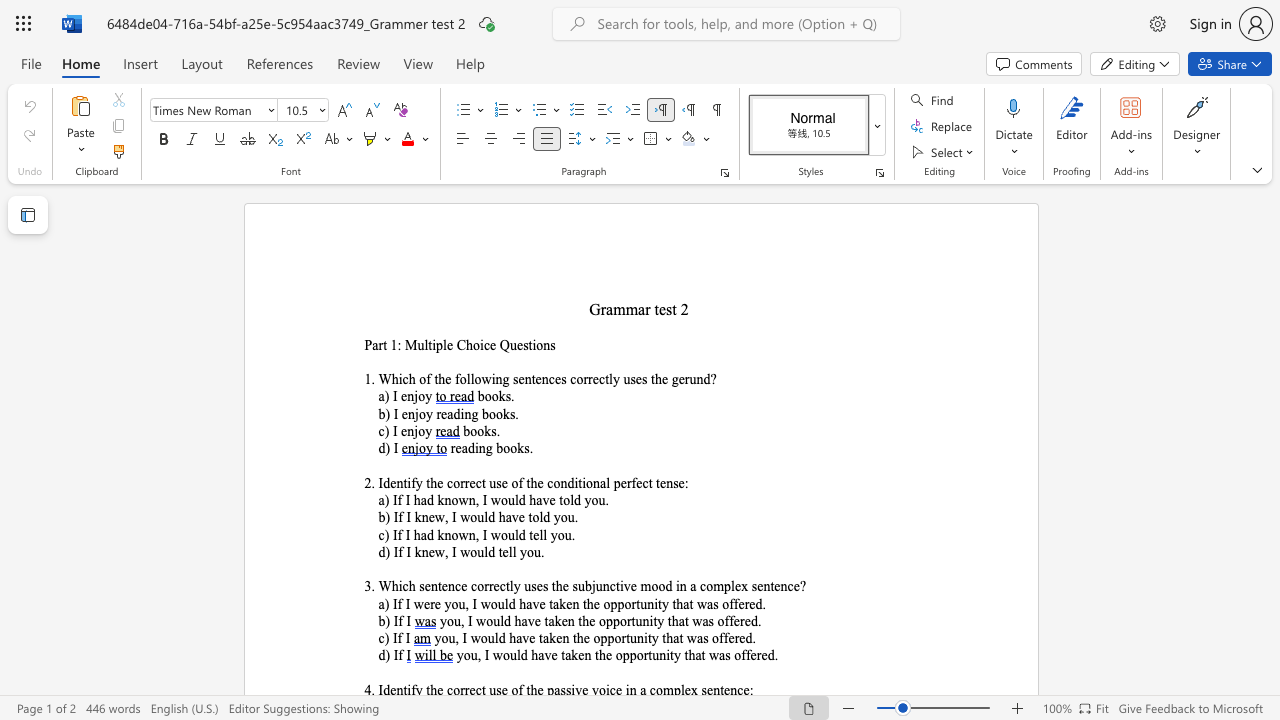 Image resolution: width=1280 pixels, height=720 pixels. Describe the element at coordinates (538, 516) in the screenshot. I see `the space between the continuous character "o" and "l" in the text` at that location.